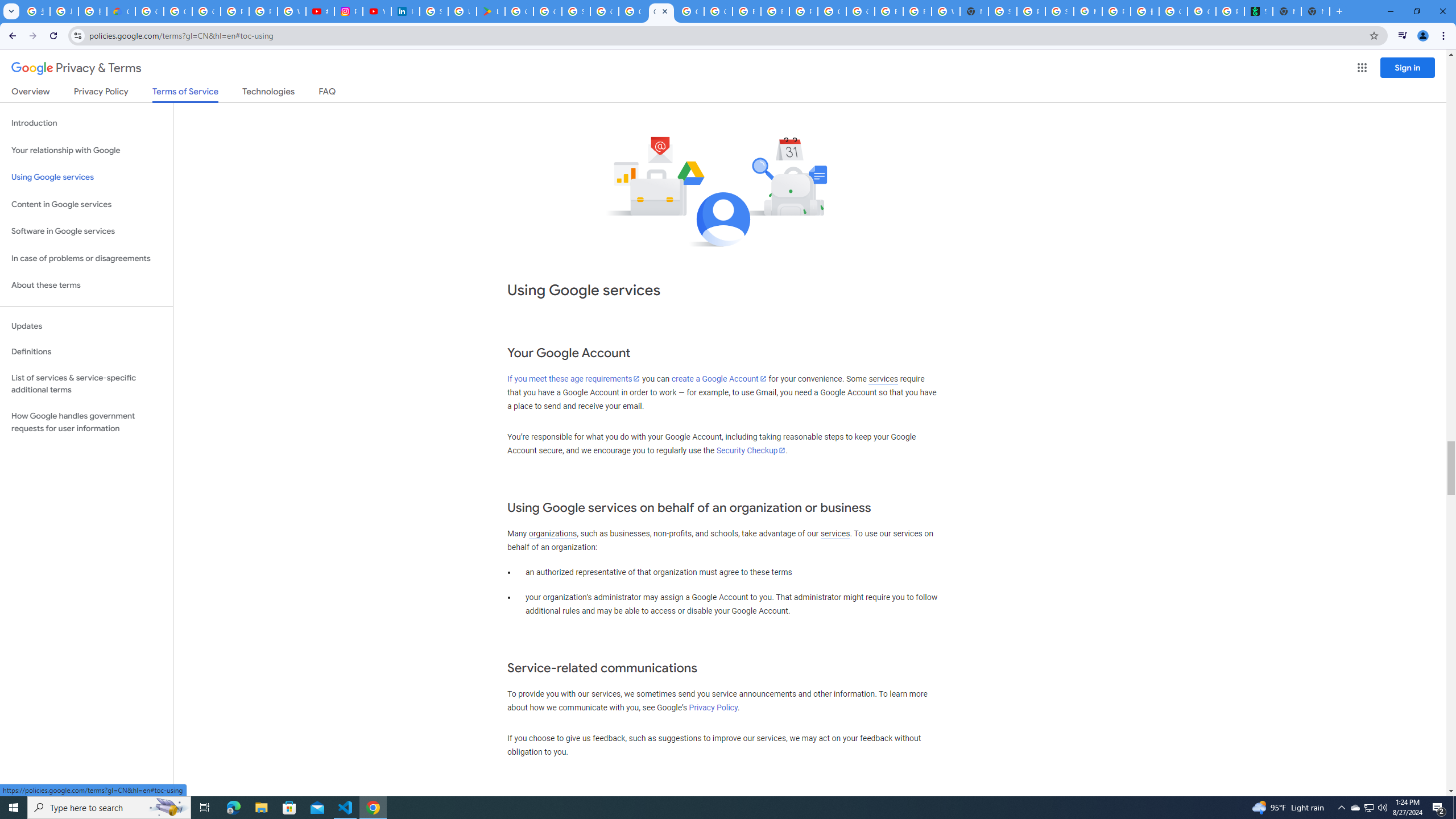  Describe the element at coordinates (1314, 11) in the screenshot. I see `'New Tab'` at that location.